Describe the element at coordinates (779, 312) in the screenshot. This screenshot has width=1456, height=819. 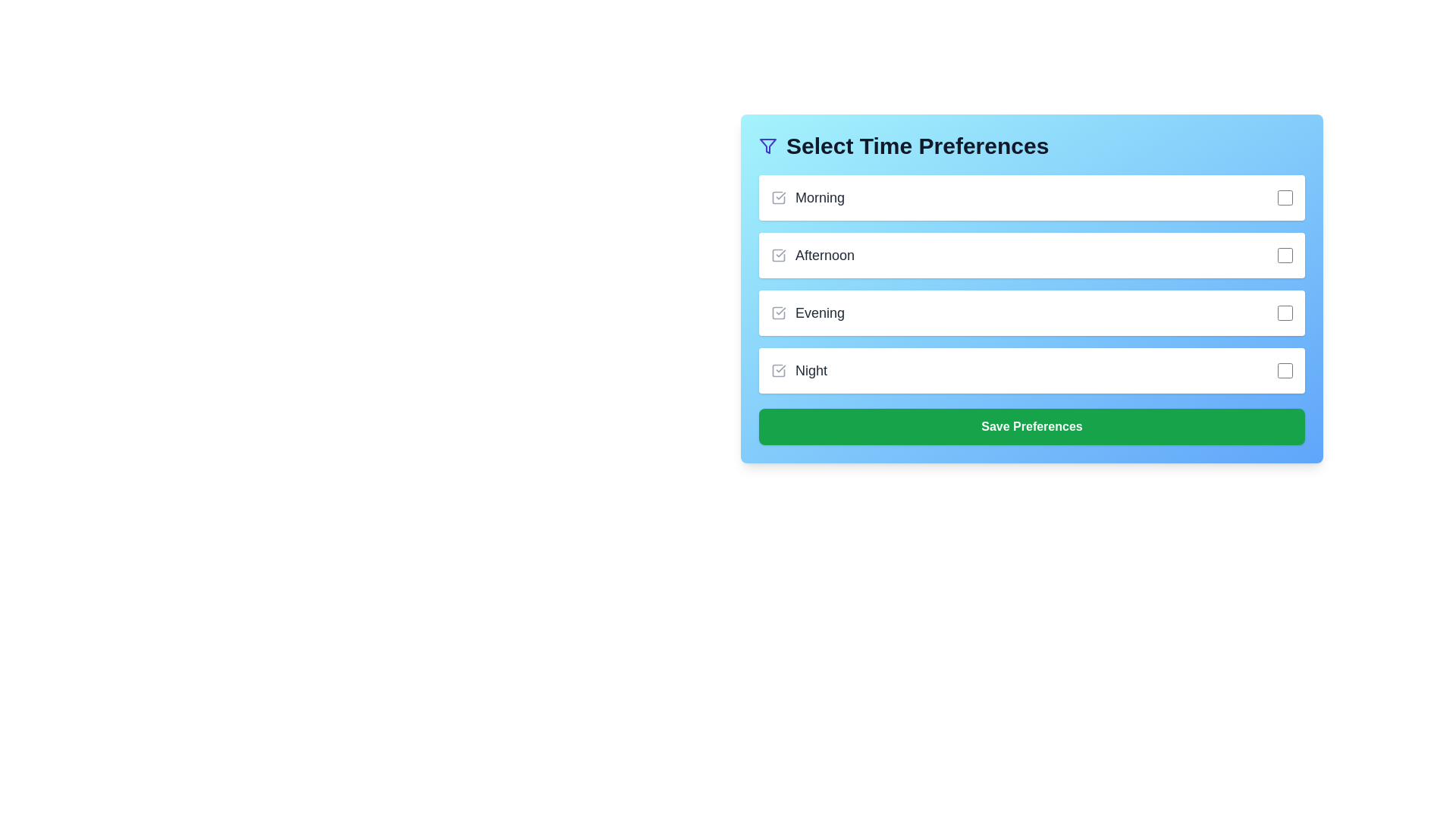
I see `the checkbox with a gray checkmark adjacent to the label 'Evening'` at that location.